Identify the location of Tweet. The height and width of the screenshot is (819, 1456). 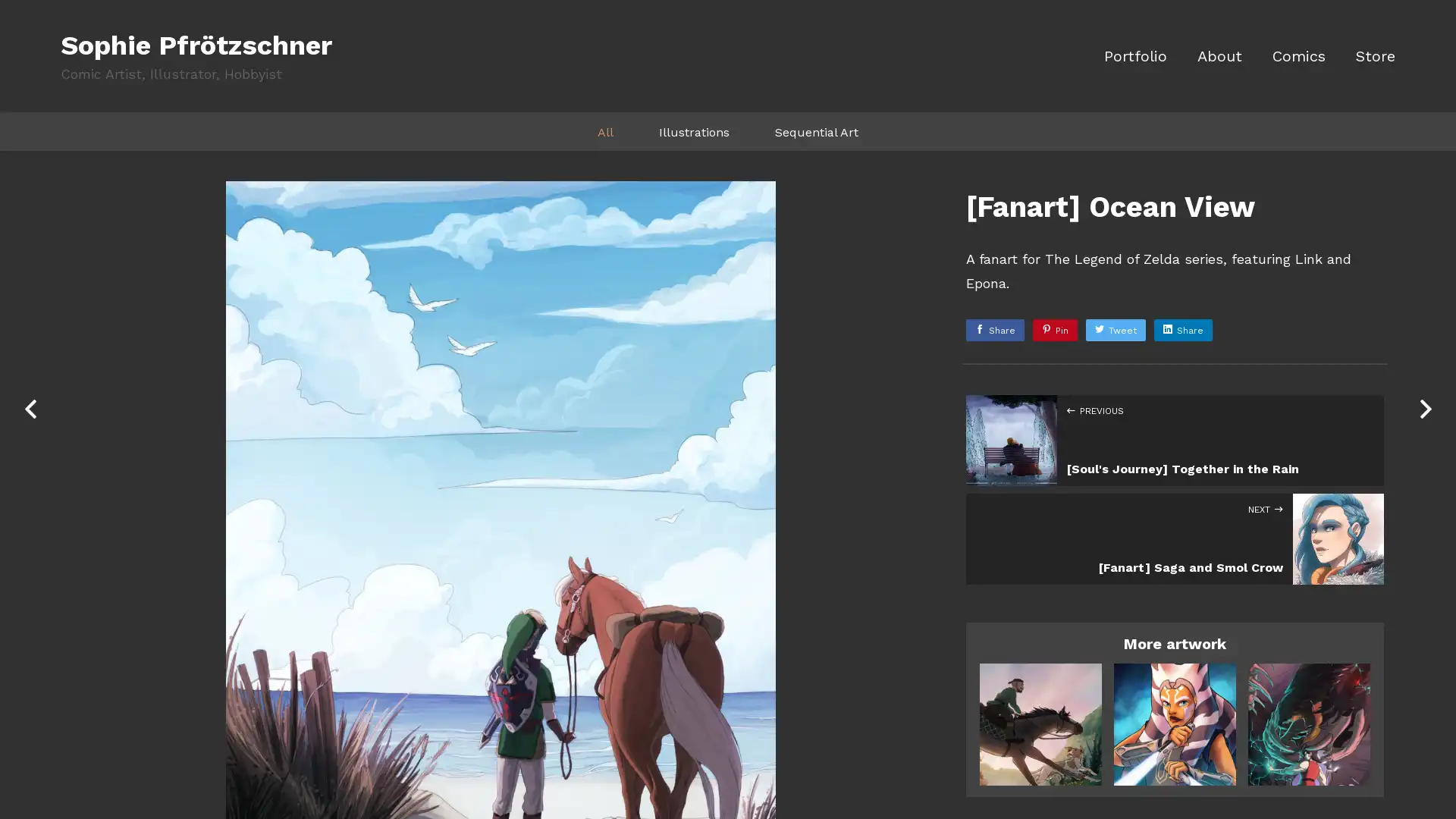
(1116, 329).